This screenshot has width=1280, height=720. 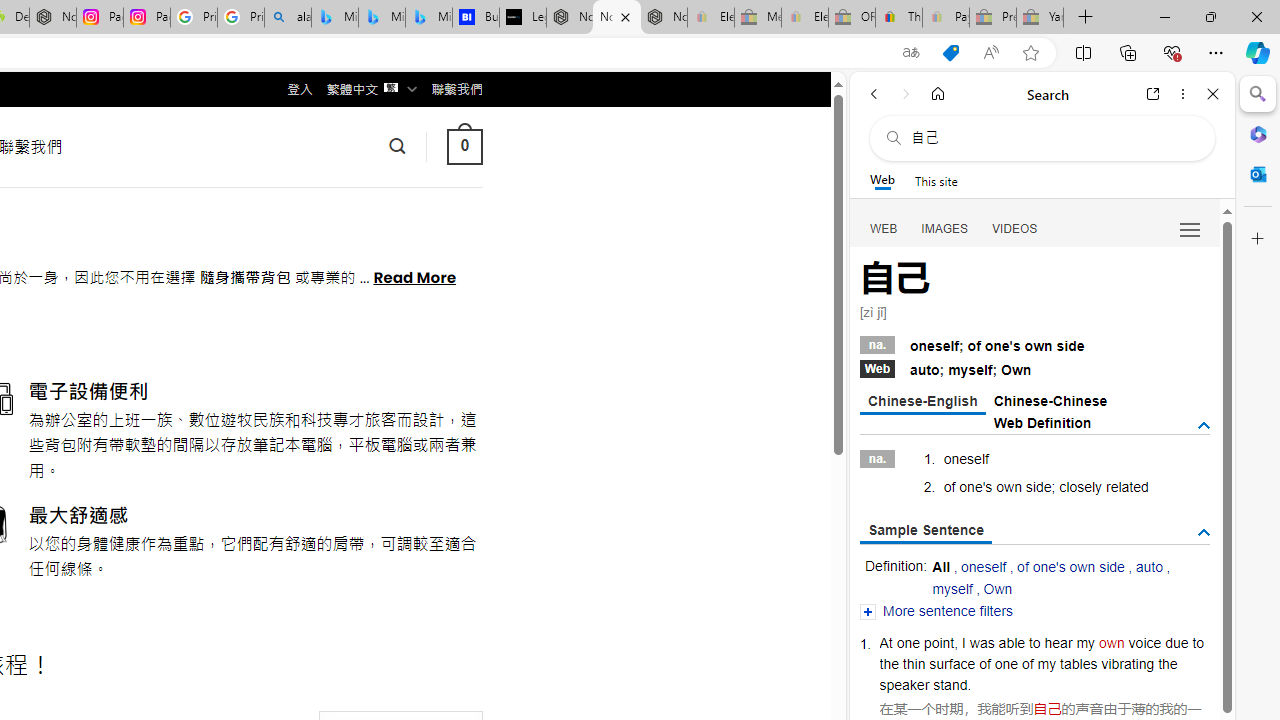 What do you see at coordinates (1202, 424) in the screenshot?
I see `'AutomationID: tgdef'` at bounding box center [1202, 424].